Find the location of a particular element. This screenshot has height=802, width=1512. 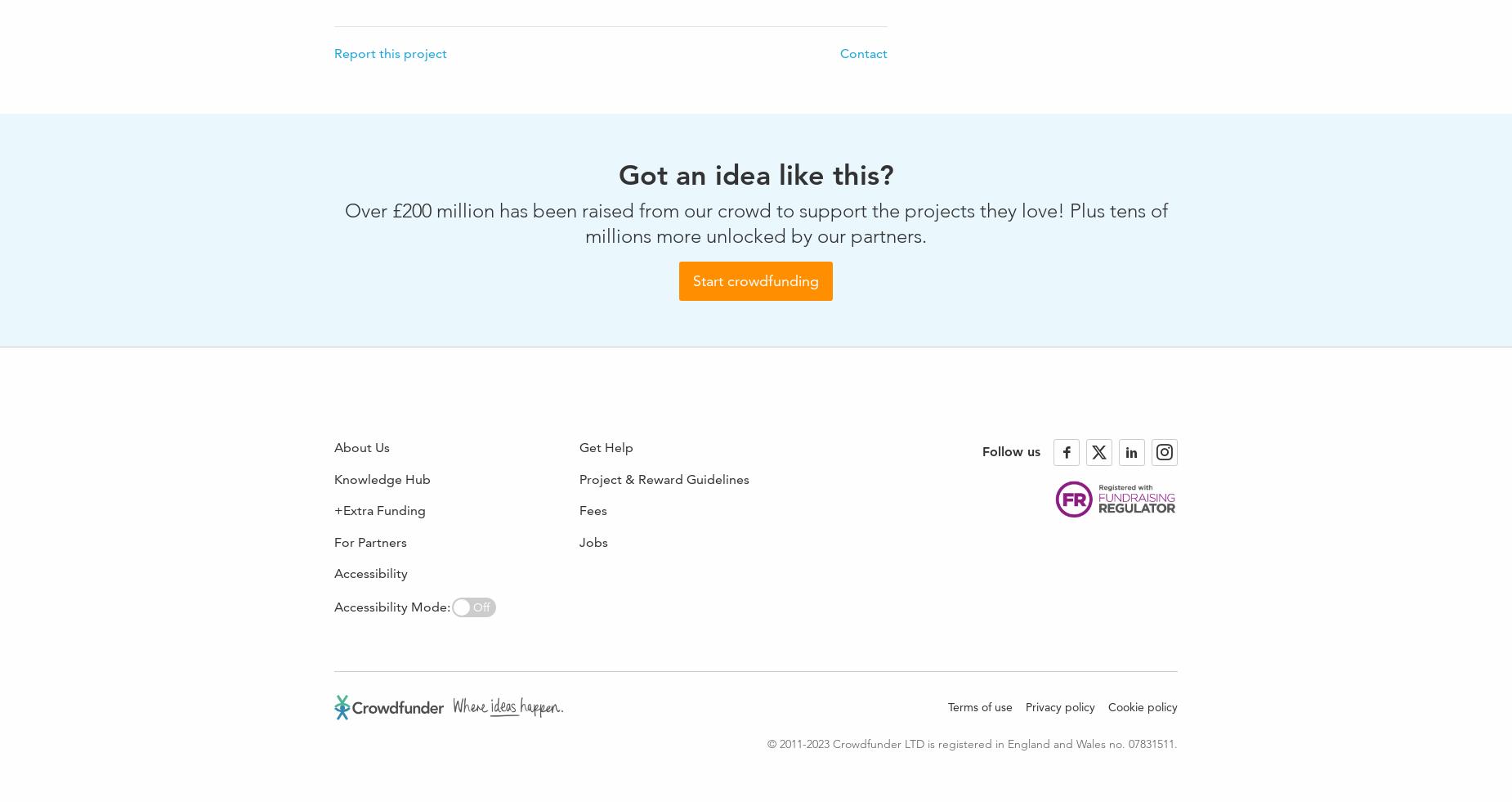

'Contact' is located at coordinates (839, 52).